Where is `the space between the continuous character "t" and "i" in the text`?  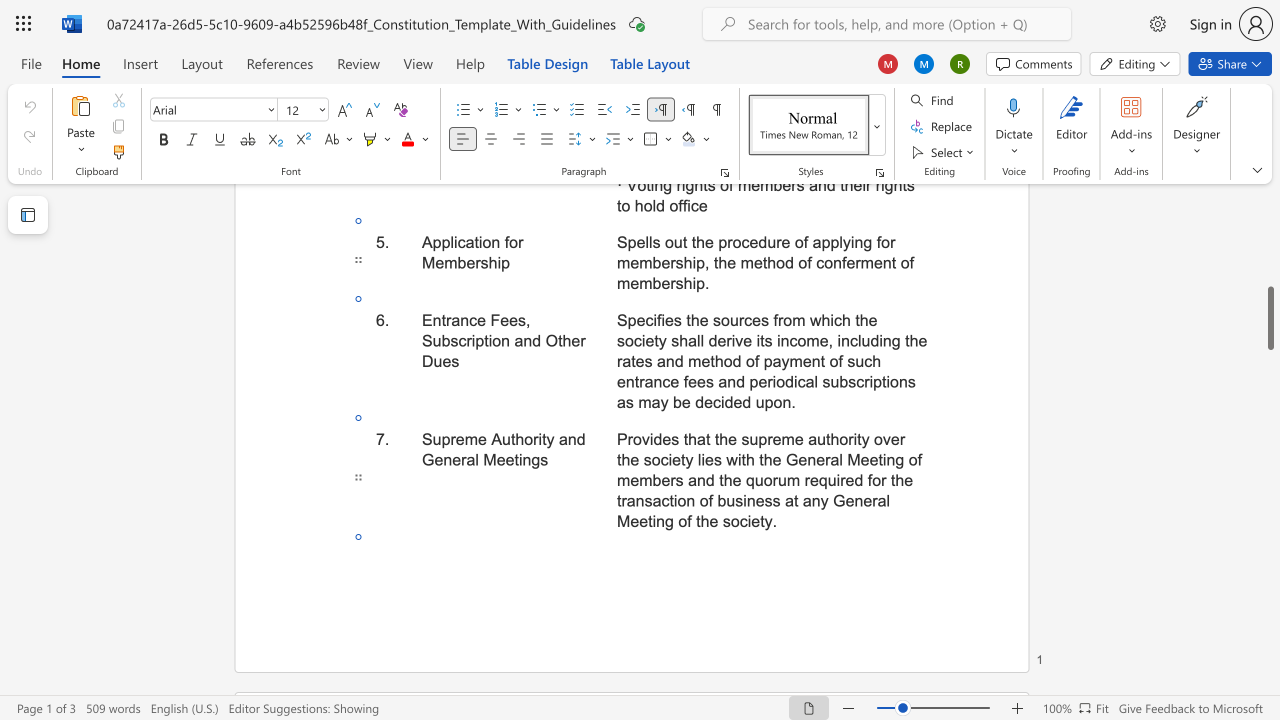 the space between the continuous character "t" and "i" in the text is located at coordinates (518, 460).